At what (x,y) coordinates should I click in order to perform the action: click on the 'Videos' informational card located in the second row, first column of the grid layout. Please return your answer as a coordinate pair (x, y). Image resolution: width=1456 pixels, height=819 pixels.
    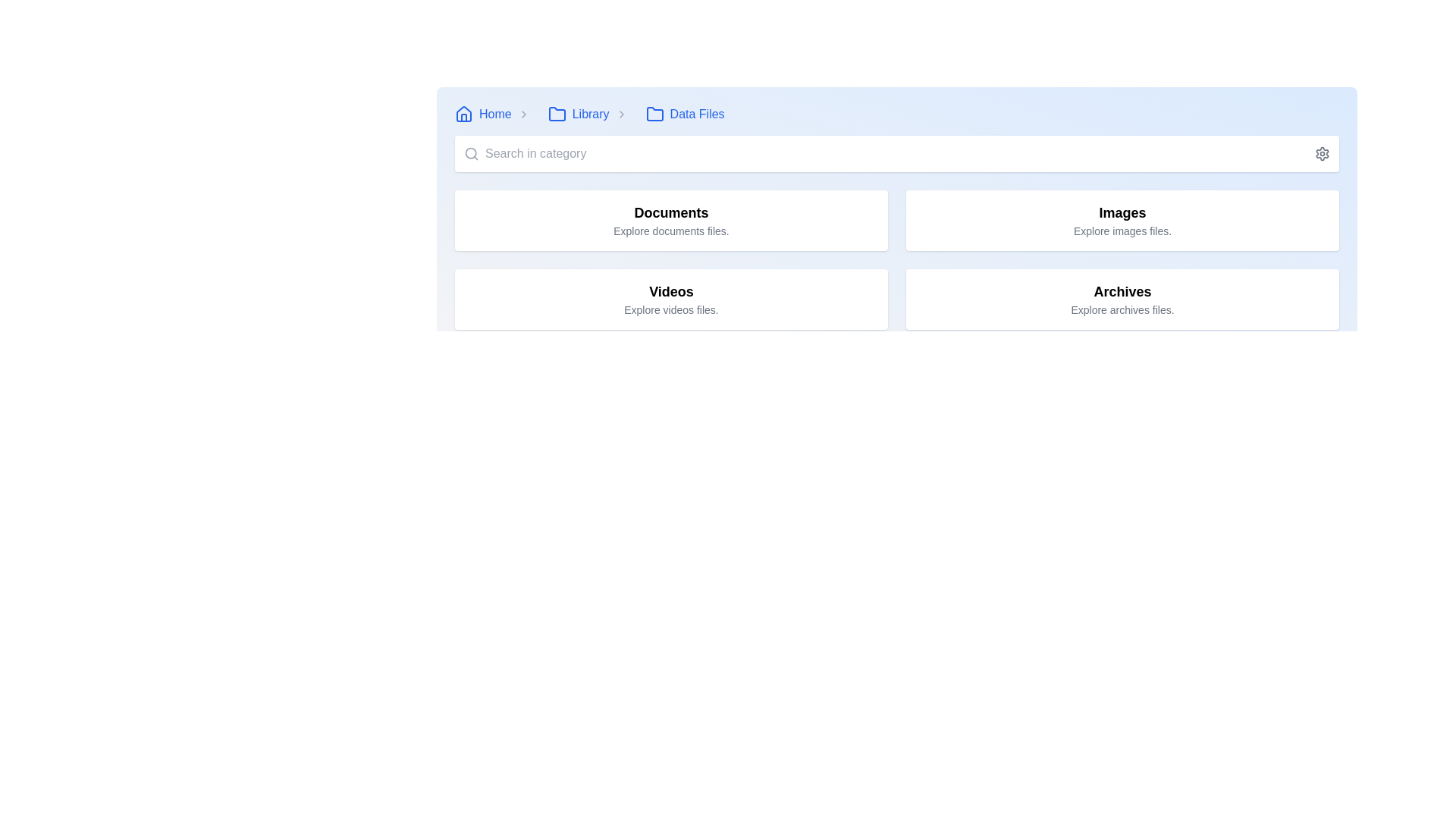
    Looking at the image, I should click on (670, 299).